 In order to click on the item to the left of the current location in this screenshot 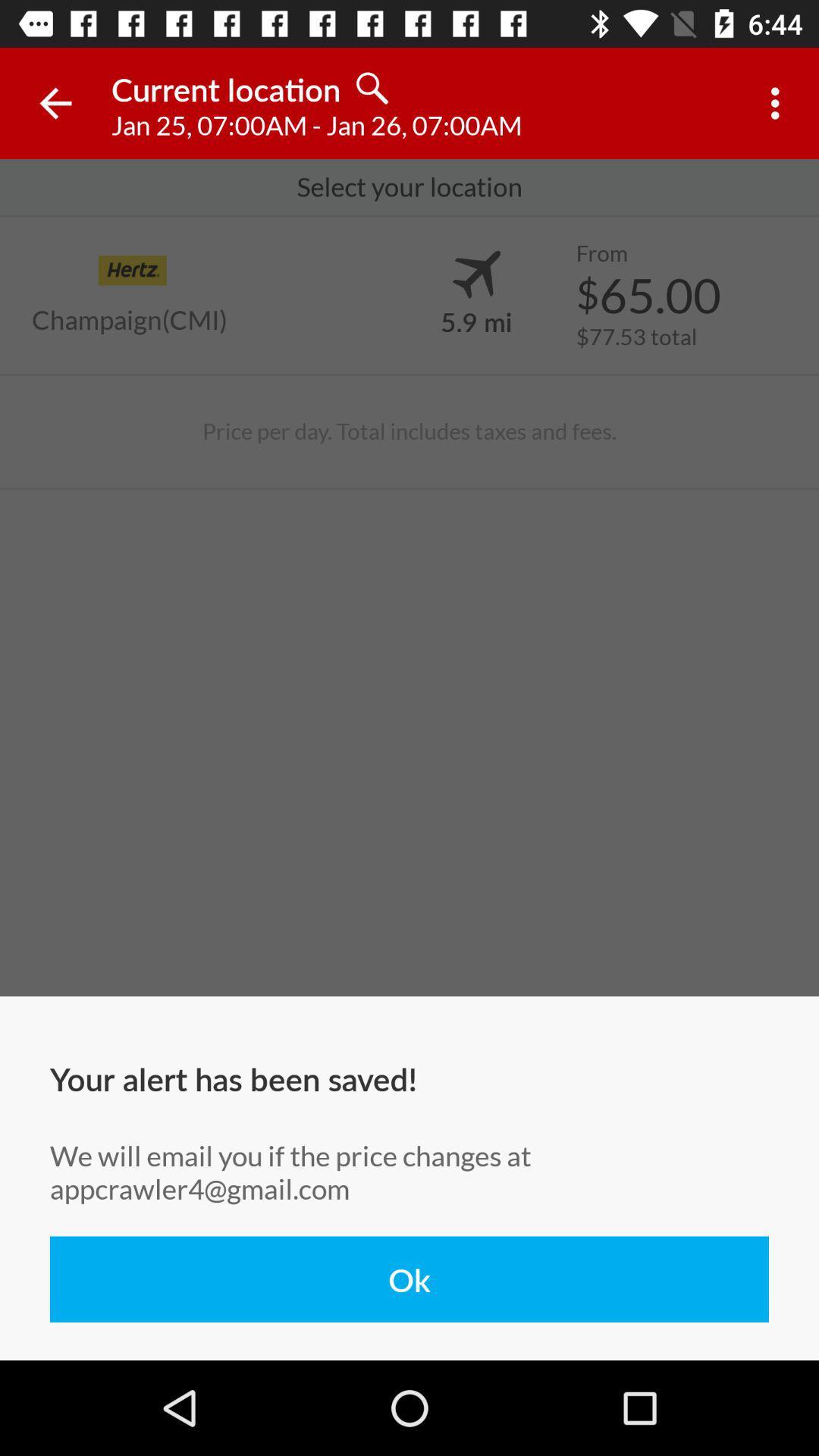, I will do `click(55, 102)`.